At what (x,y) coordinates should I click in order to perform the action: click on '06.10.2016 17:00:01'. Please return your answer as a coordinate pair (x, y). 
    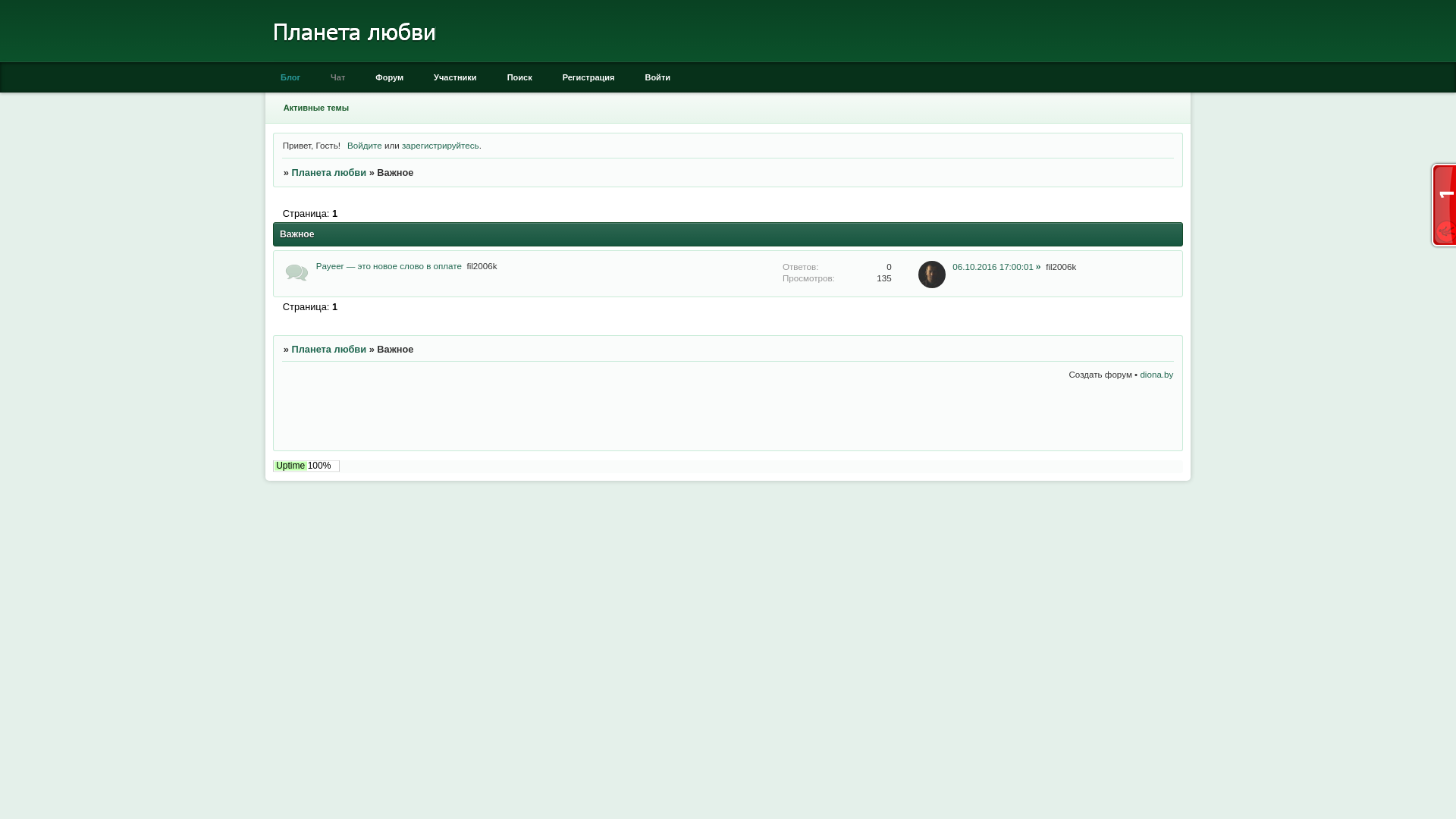
    Looking at the image, I should click on (996, 265).